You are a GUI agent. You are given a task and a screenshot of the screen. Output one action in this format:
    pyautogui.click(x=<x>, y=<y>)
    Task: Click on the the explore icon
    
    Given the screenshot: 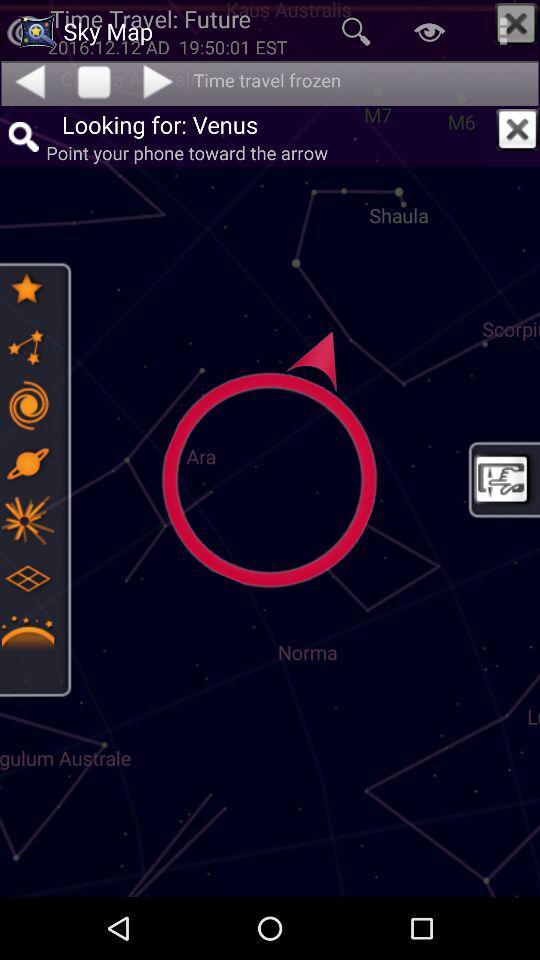 What is the action you would take?
    pyautogui.click(x=26, y=463)
    